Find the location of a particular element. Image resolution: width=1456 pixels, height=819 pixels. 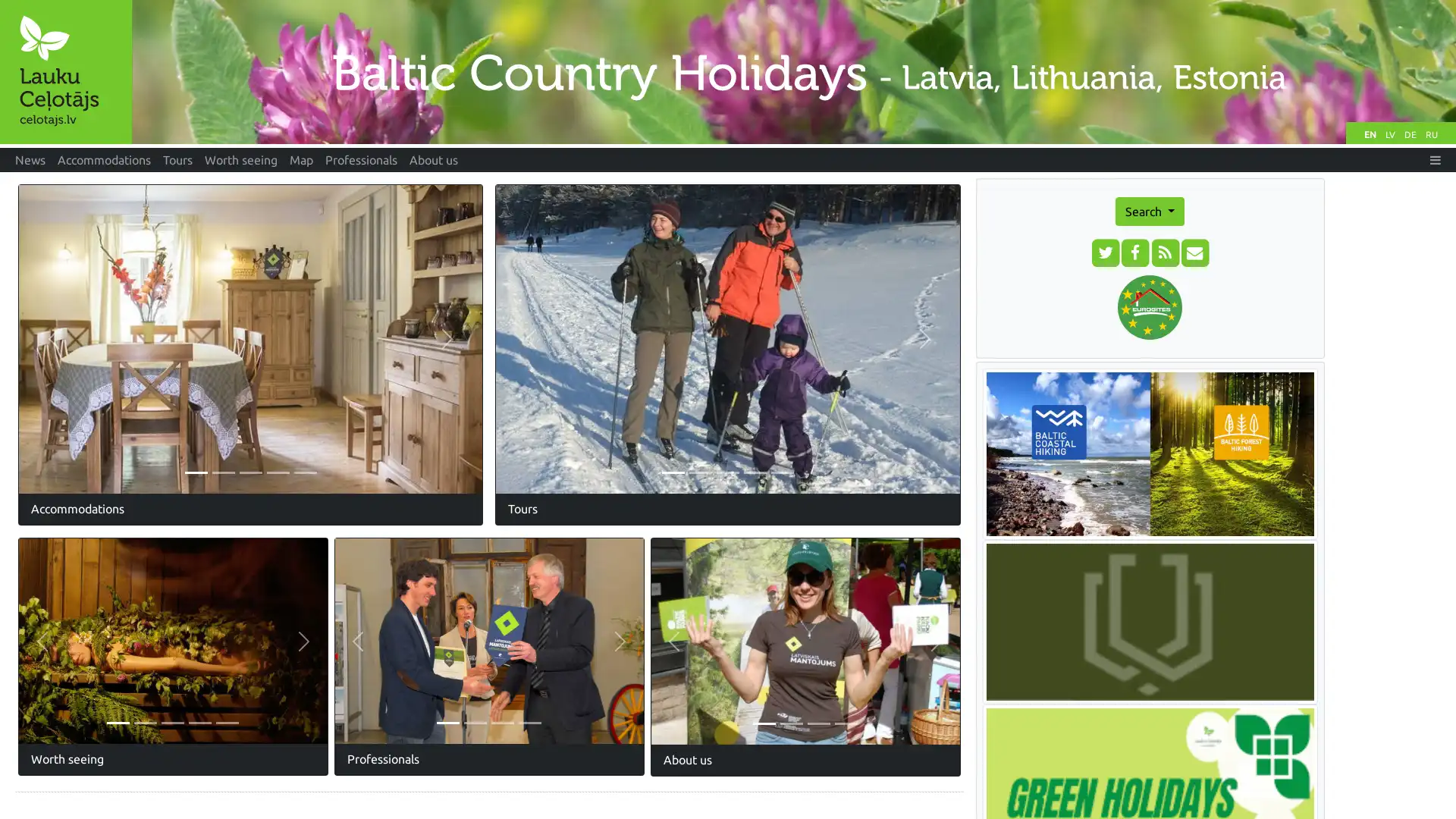

Previous is located at coordinates (531, 338).